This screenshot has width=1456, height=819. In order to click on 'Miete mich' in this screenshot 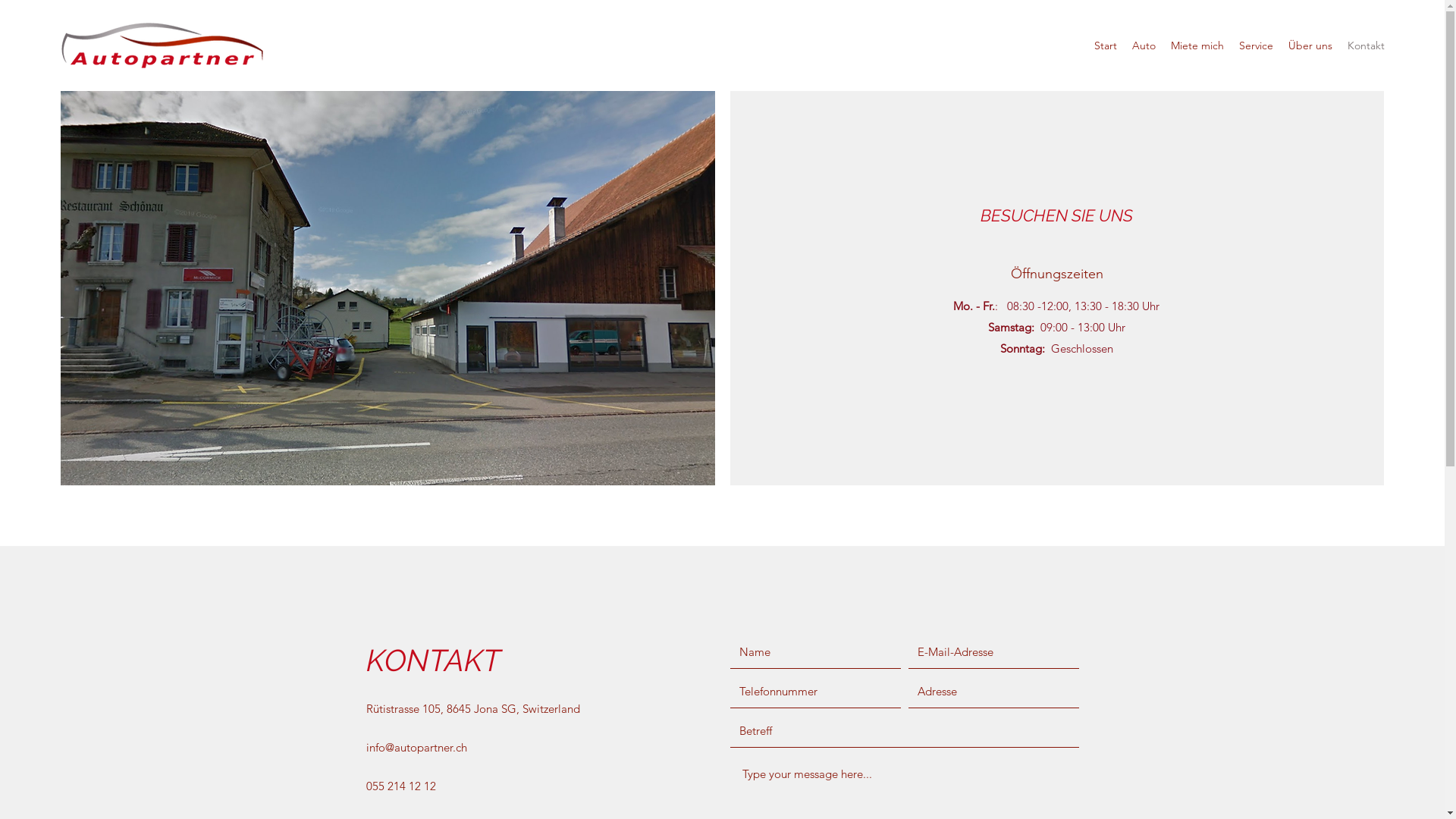, I will do `click(1197, 45)`.